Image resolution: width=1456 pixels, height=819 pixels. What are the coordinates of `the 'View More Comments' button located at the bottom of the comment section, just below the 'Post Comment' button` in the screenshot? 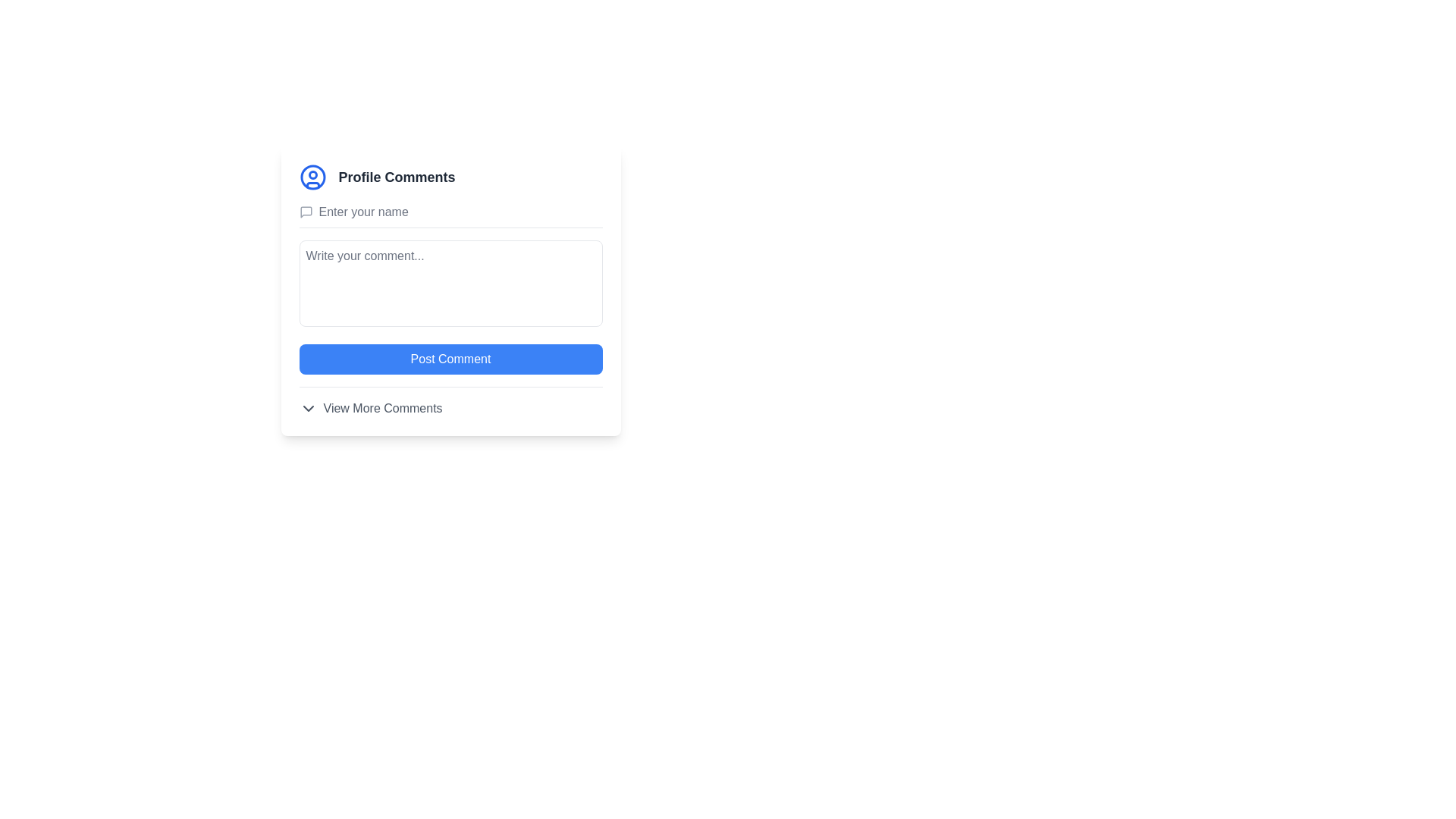 It's located at (450, 401).